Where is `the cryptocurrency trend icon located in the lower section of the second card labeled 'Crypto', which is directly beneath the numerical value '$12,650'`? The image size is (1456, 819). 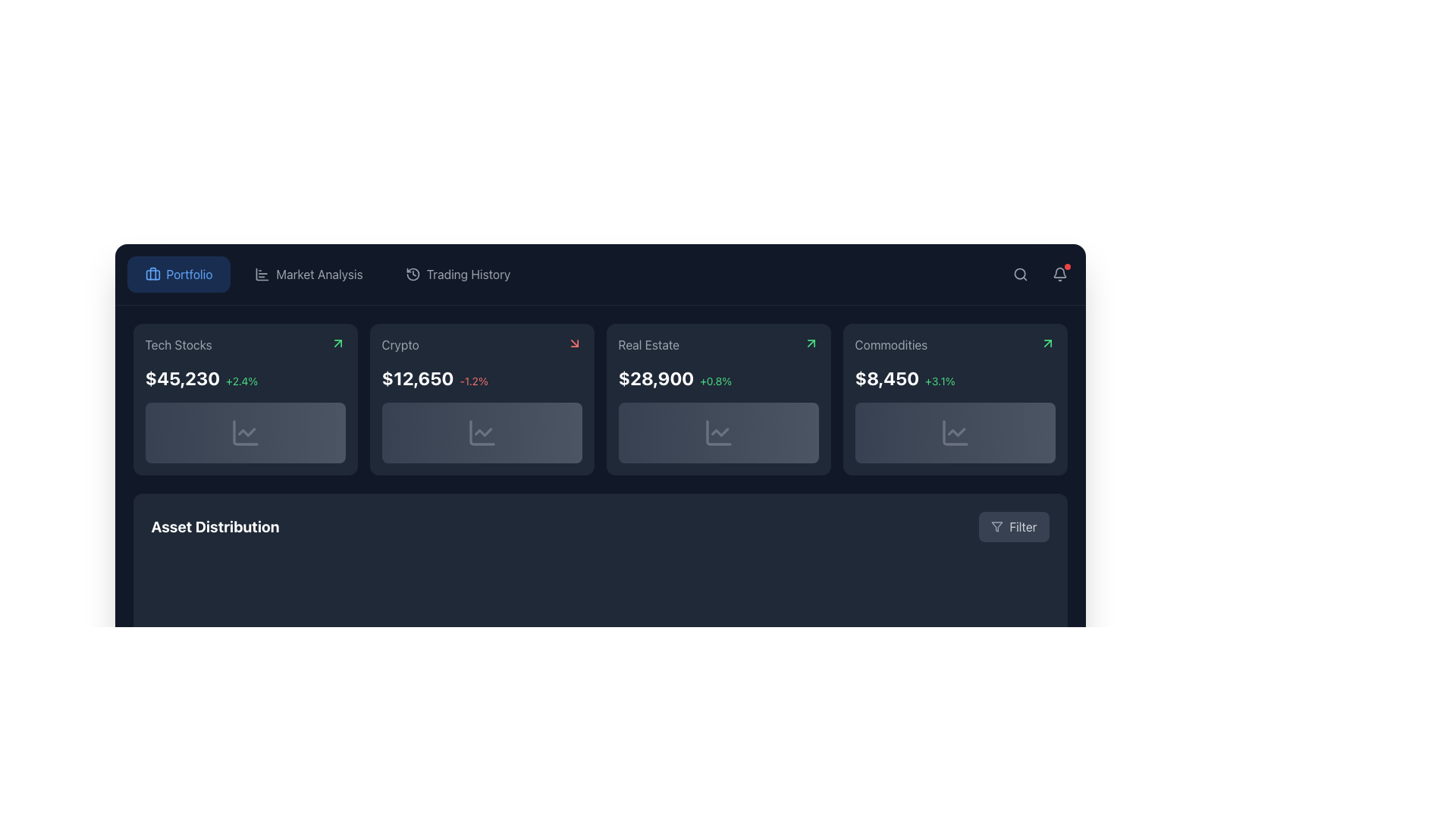 the cryptocurrency trend icon located in the lower section of the second card labeled 'Crypto', which is directly beneath the numerical value '$12,650' is located at coordinates (482, 432).